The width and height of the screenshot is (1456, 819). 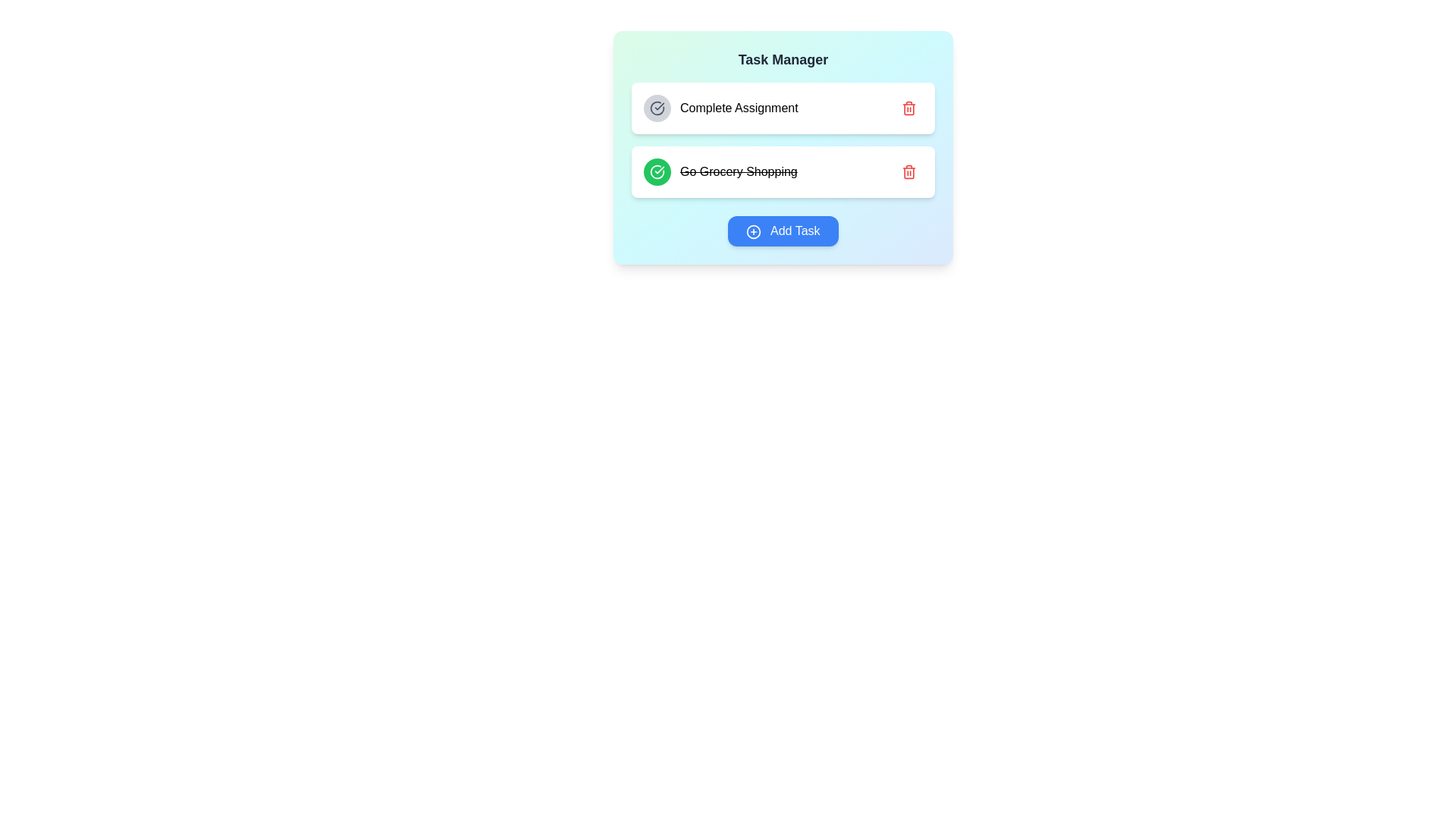 I want to click on the delete icon button located on the far-right side of the 'Go Grocery Shopping' task entry, so click(x=909, y=171).